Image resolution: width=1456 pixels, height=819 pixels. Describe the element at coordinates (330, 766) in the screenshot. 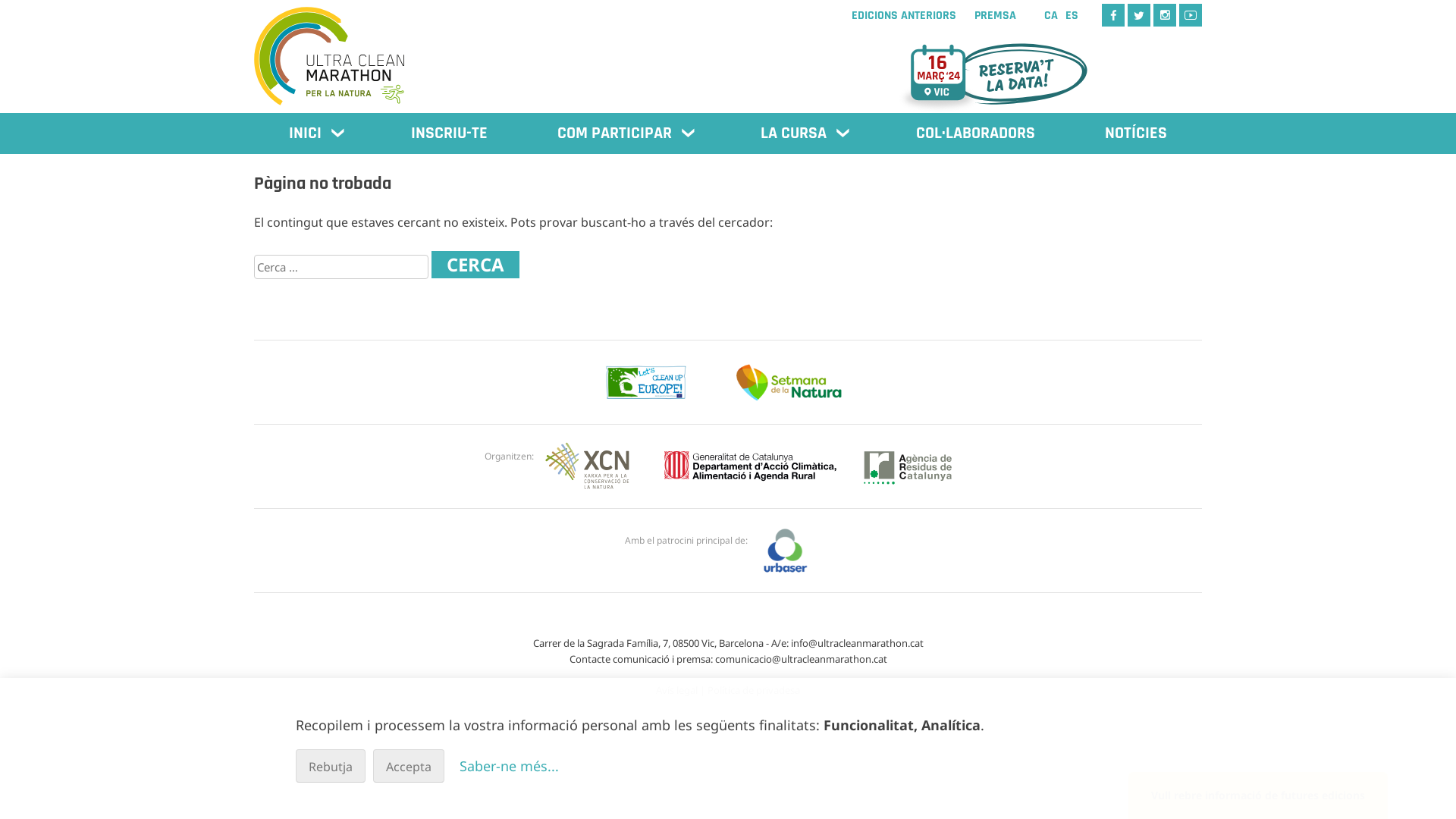

I see `'Rebutja'` at that location.